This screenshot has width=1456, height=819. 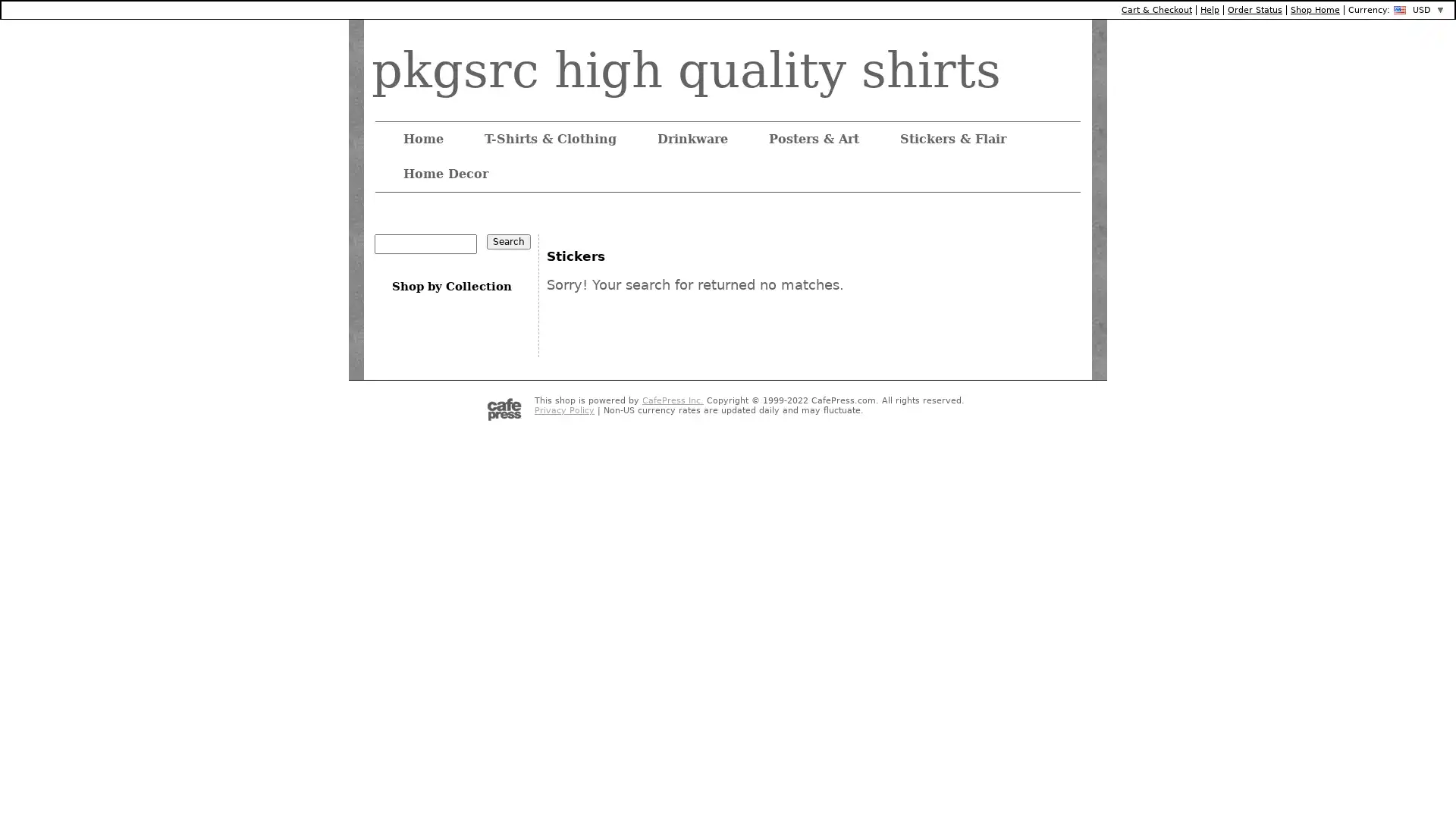 I want to click on Search, so click(x=509, y=241).